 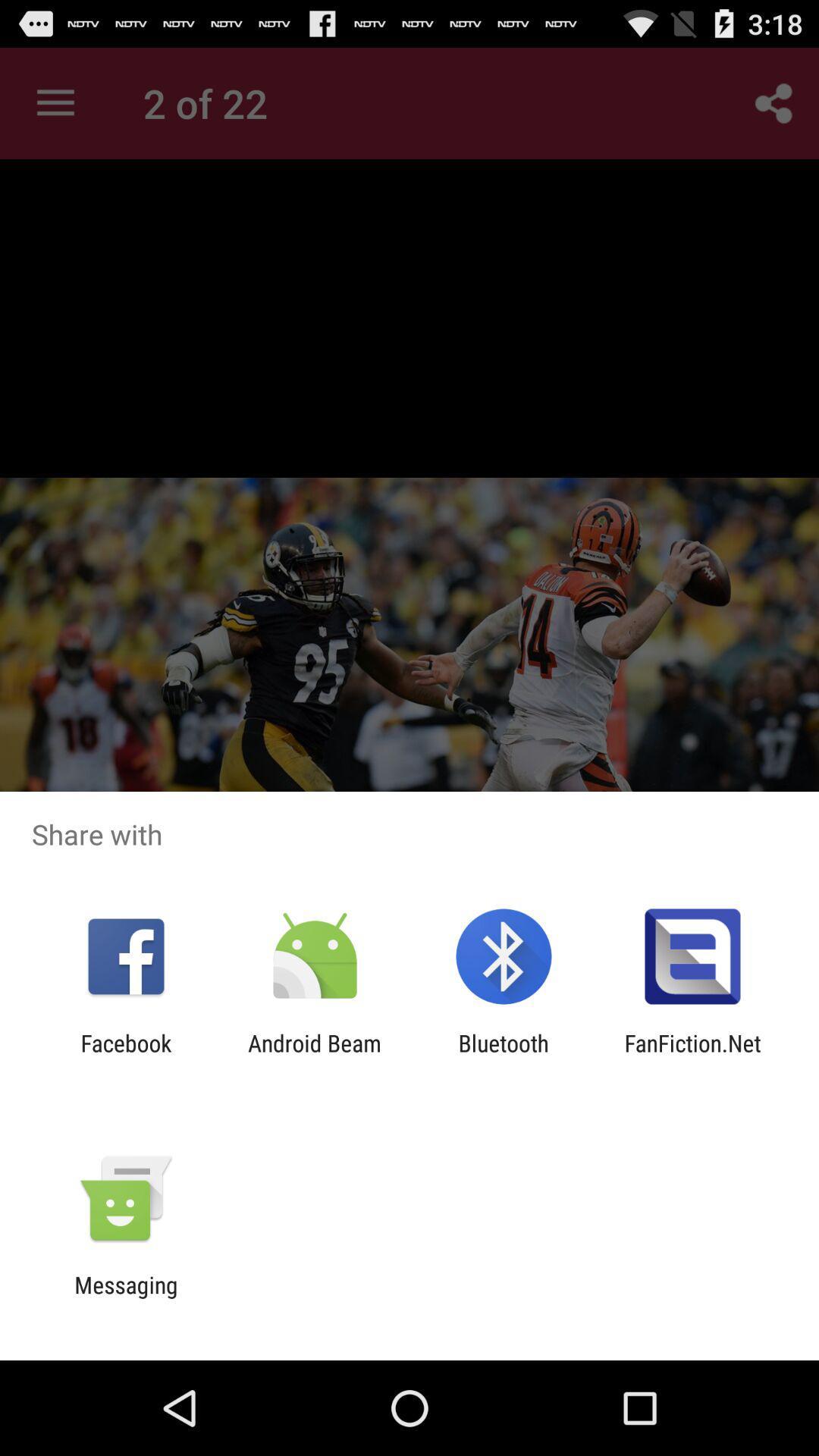 I want to click on the item to the left of the bluetooth icon, so click(x=314, y=1056).